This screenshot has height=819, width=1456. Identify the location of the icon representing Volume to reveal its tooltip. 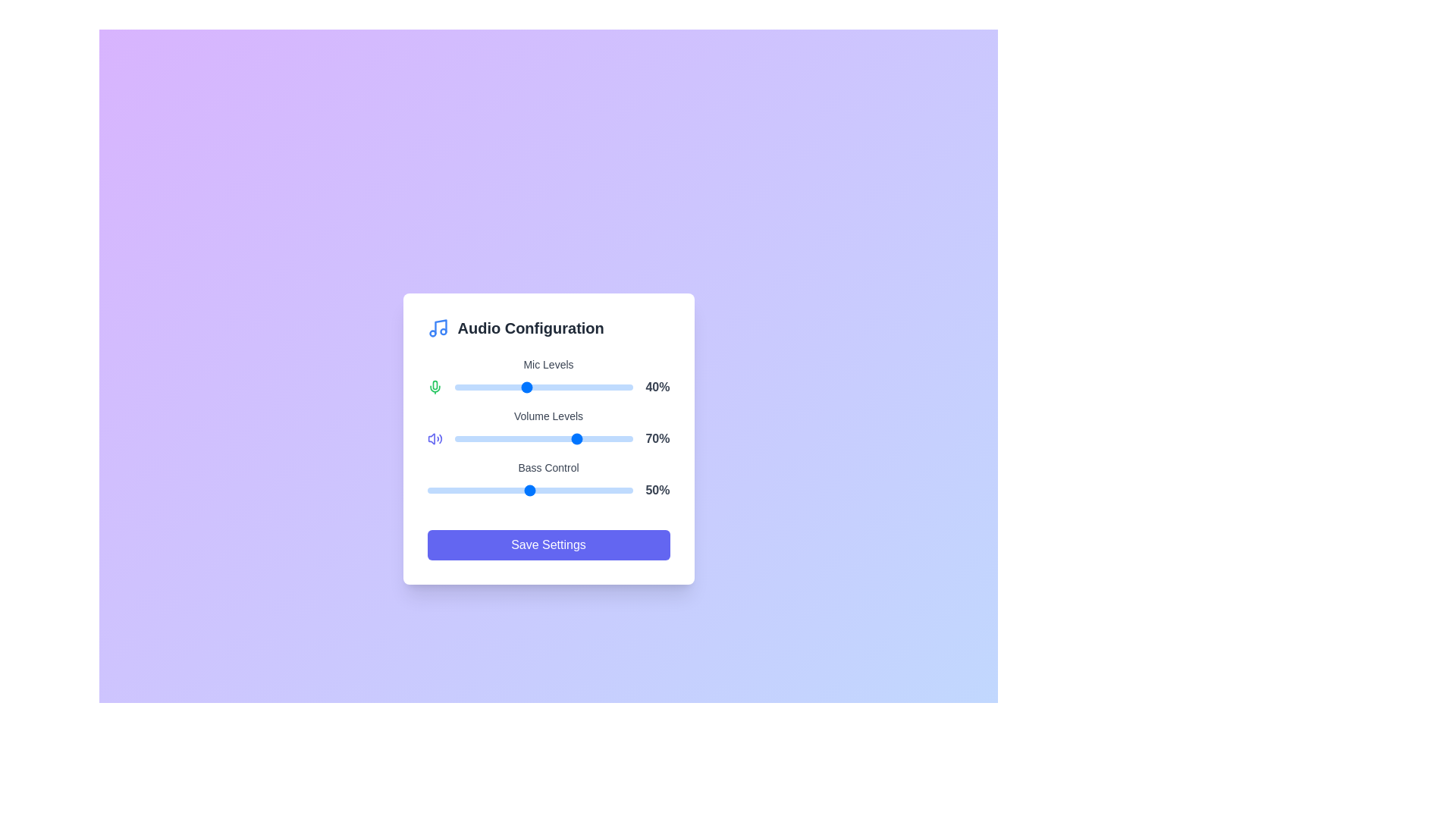
(434, 438).